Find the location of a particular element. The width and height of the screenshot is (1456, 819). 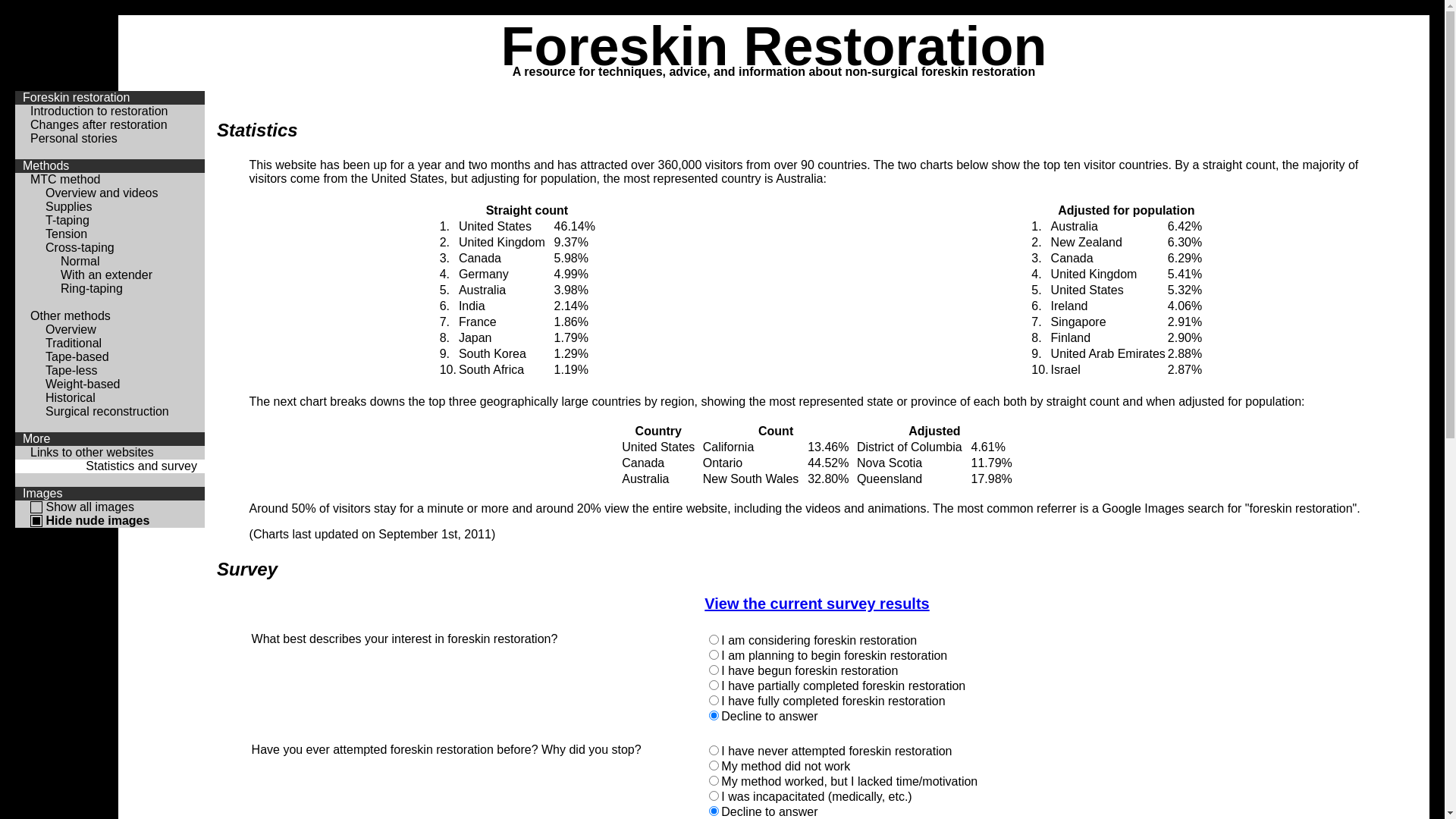

'Traditional' is located at coordinates (72, 343).